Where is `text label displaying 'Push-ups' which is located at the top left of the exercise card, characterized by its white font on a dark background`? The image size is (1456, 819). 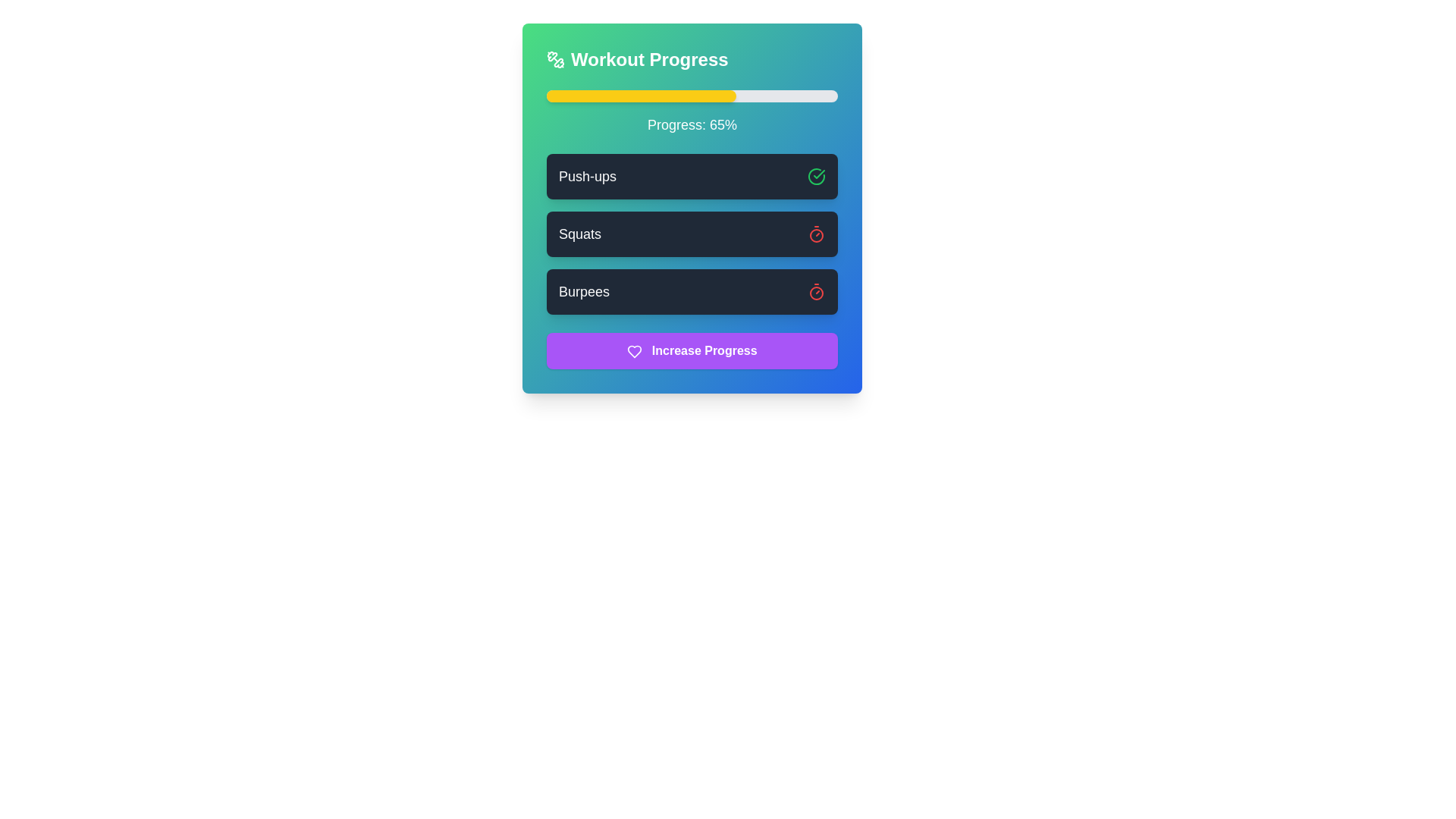
text label displaying 'Push-ups' which is located at the top left of the exercise card, characterized by its white font on a dark background is located at coordinates (587, 175).